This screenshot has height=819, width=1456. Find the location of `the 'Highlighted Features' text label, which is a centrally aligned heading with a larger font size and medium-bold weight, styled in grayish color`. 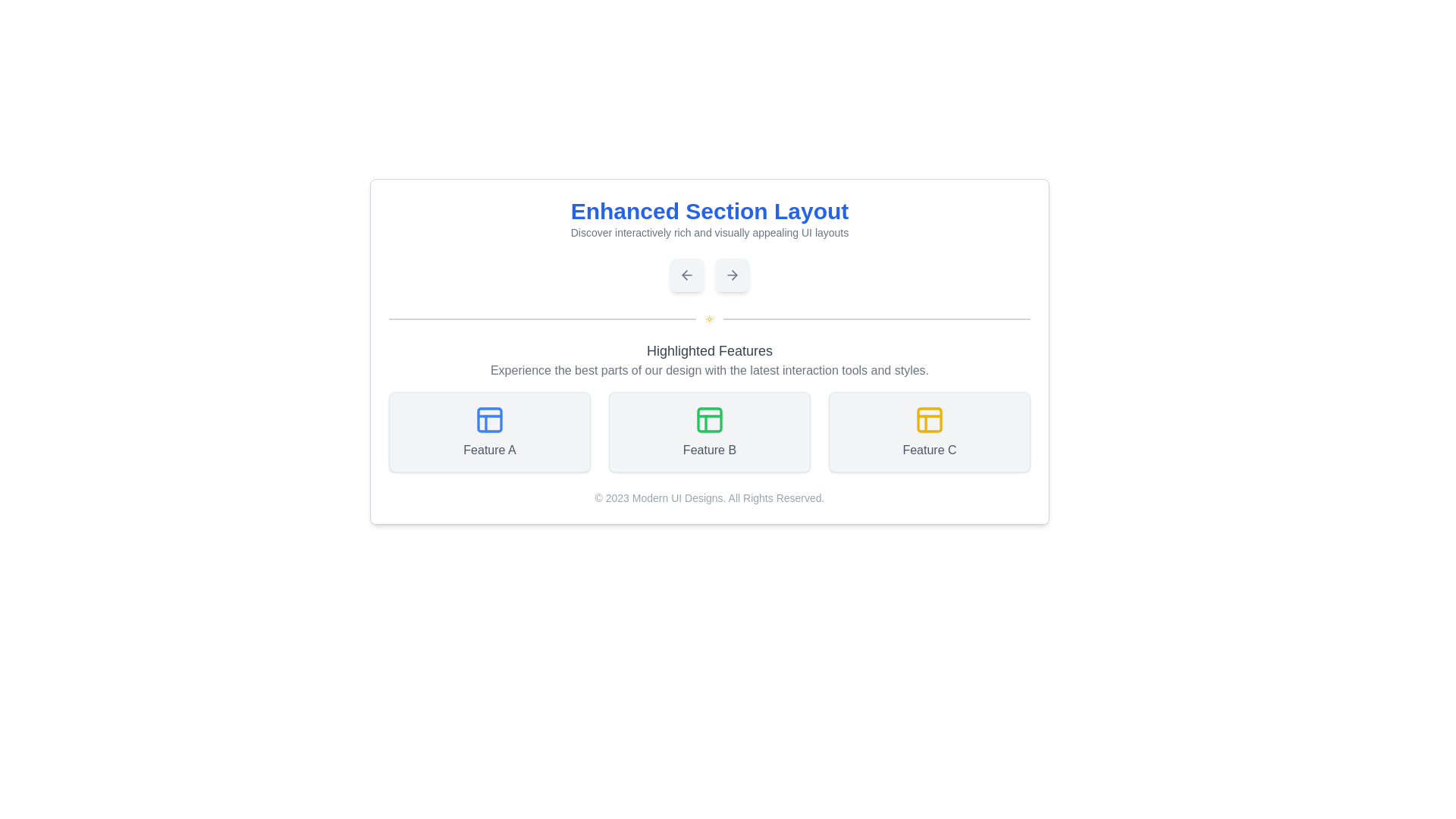

the 'Highlighted Features' text label, which is a centrally aligned heading with a larger font size and medium-bold weight, styled in grayish color is located at coordinates (709, 350).